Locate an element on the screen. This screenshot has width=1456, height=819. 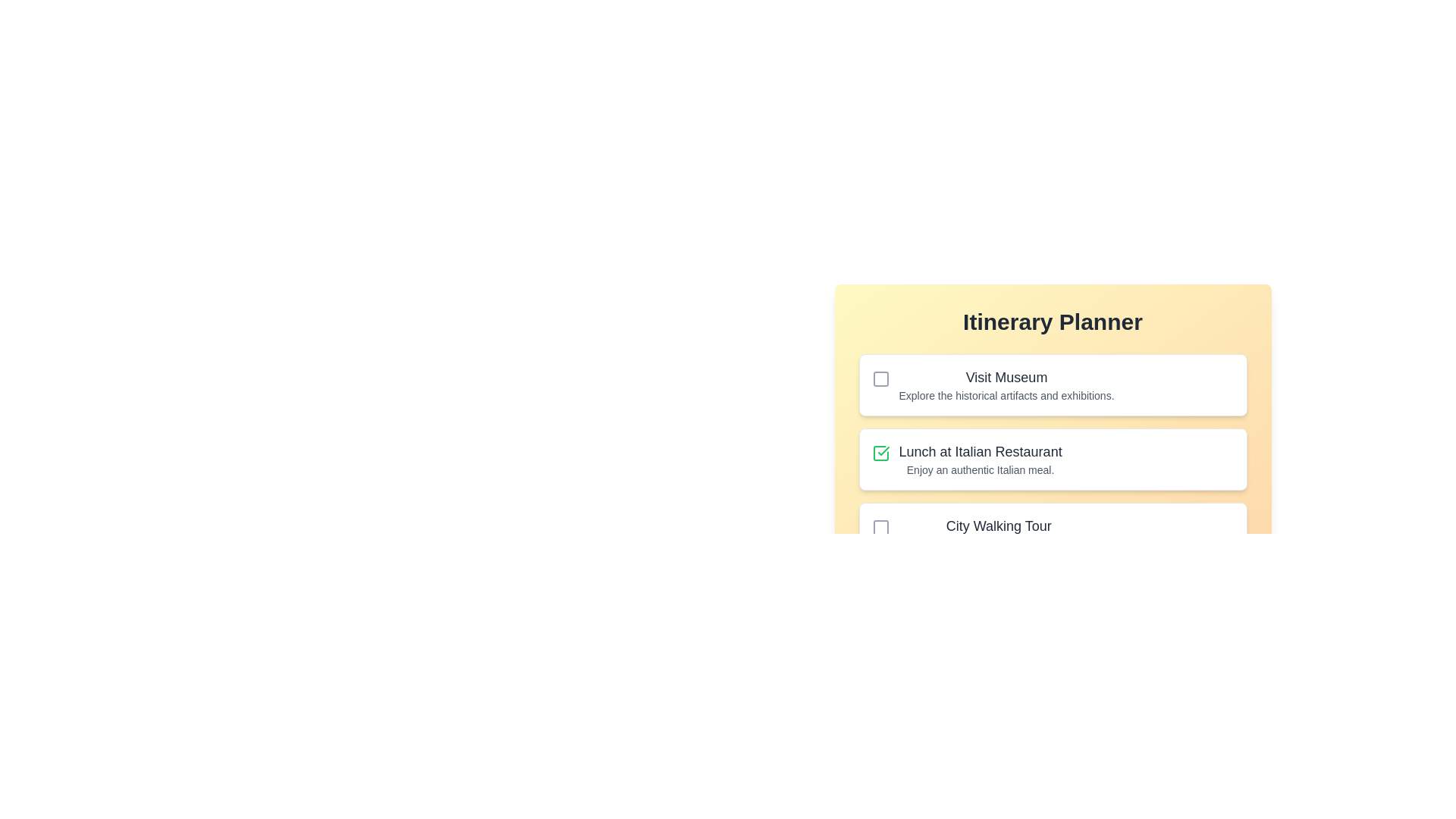
the text label providing additional details about the 'Visit Museum' section, located below the 'Visit Museum' heading within the card in the 'Itinerary Planner' section is located at coordinates (1006, 394).